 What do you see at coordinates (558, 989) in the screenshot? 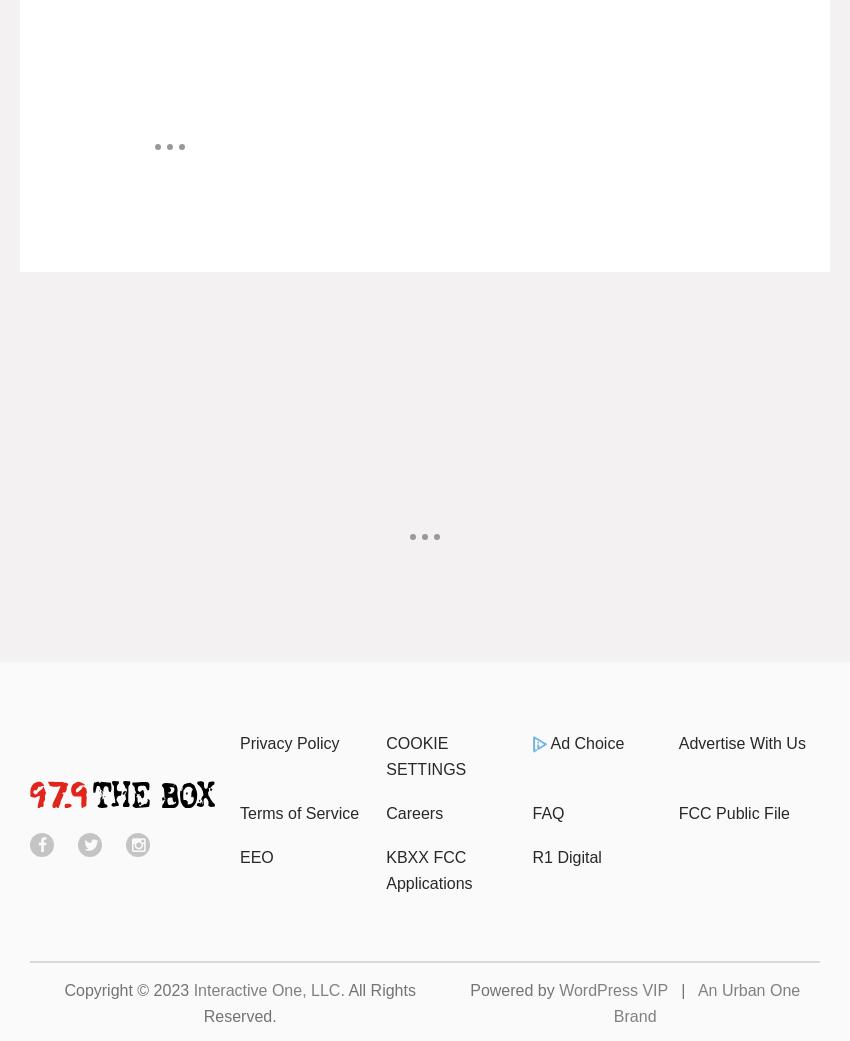
I see `'WordPress VIP'` at bounding box center [558, 989].